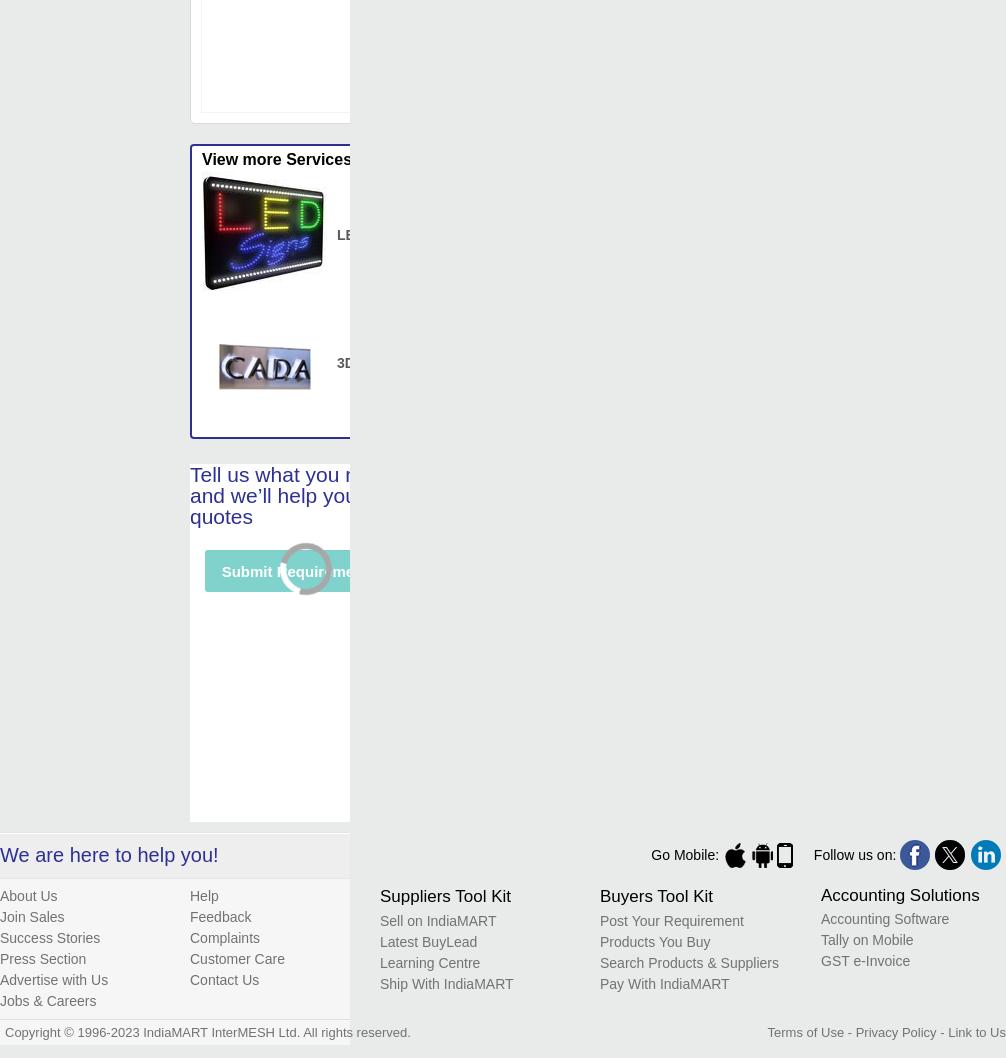 This screenshot has width=1006, height=1058. Describe the element at coordinates (270, 866) in the screenshot. I see `'I want quotes for'` at that location.